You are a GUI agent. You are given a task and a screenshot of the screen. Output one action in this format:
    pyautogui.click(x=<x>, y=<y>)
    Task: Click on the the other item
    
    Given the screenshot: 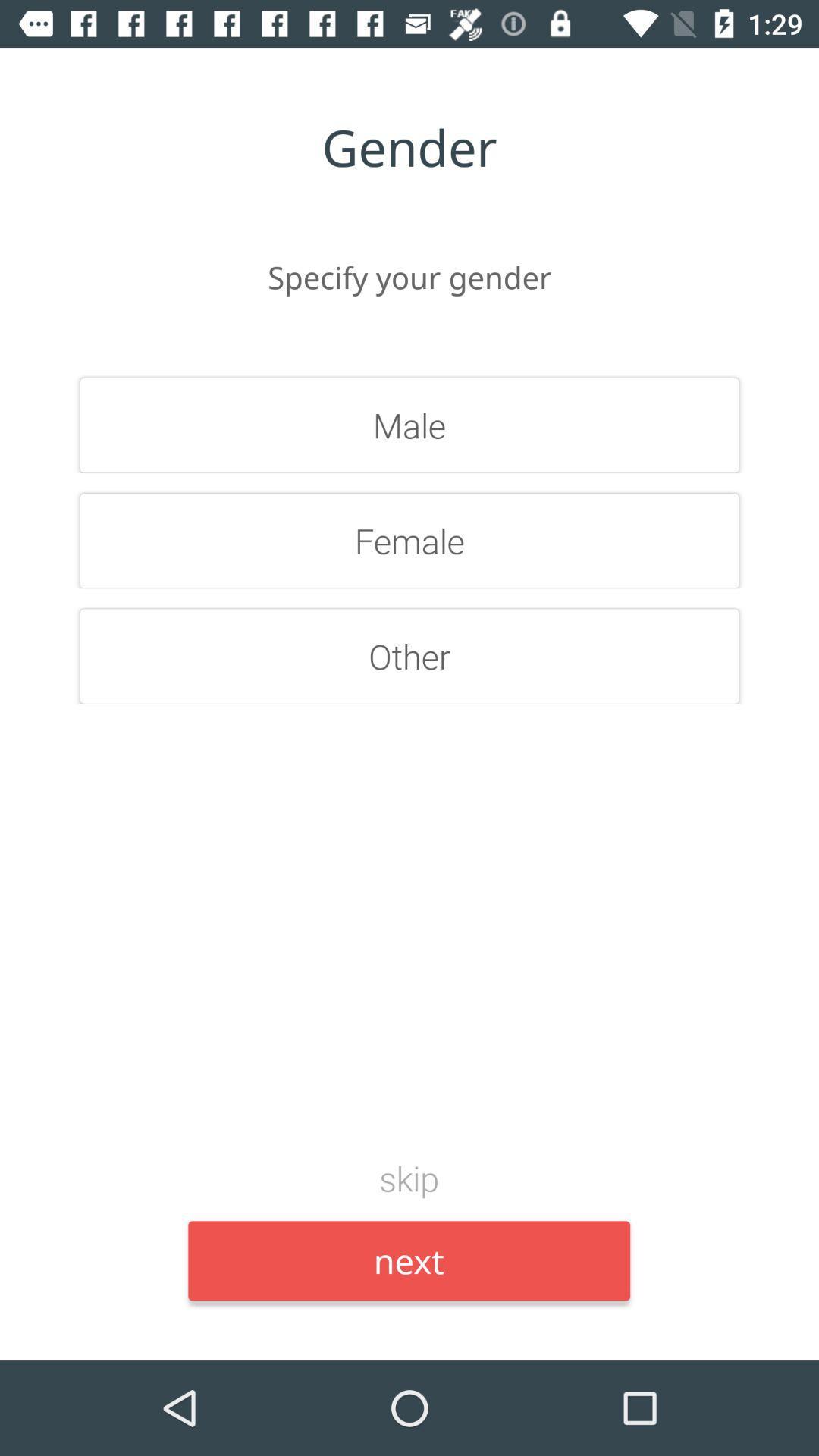 What is the action you would take?
    pyautogui.click(x=409, y=656)
    